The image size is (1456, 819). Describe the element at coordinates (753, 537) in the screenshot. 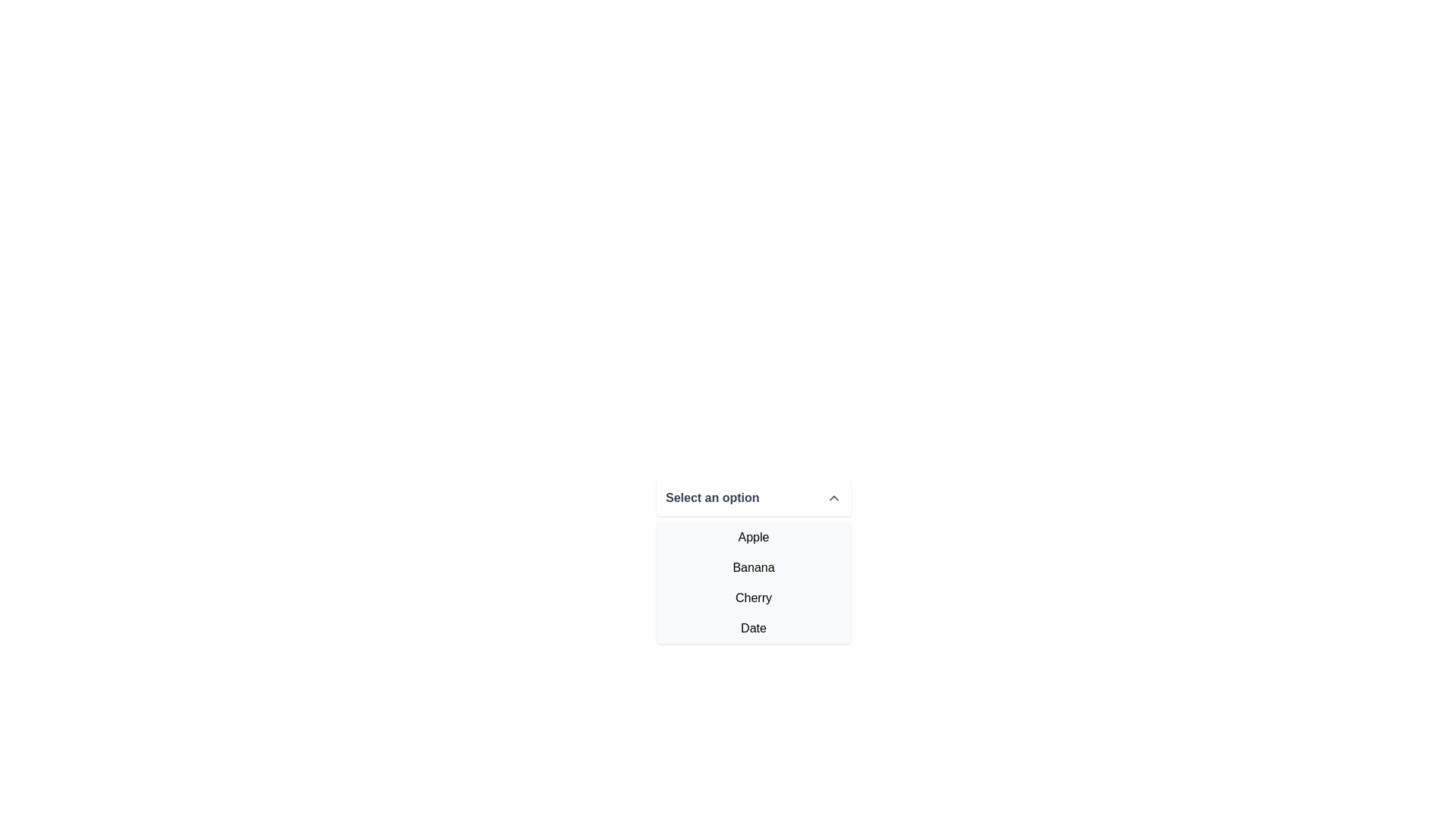

I see `the first option in the dropdown menu` at that location.